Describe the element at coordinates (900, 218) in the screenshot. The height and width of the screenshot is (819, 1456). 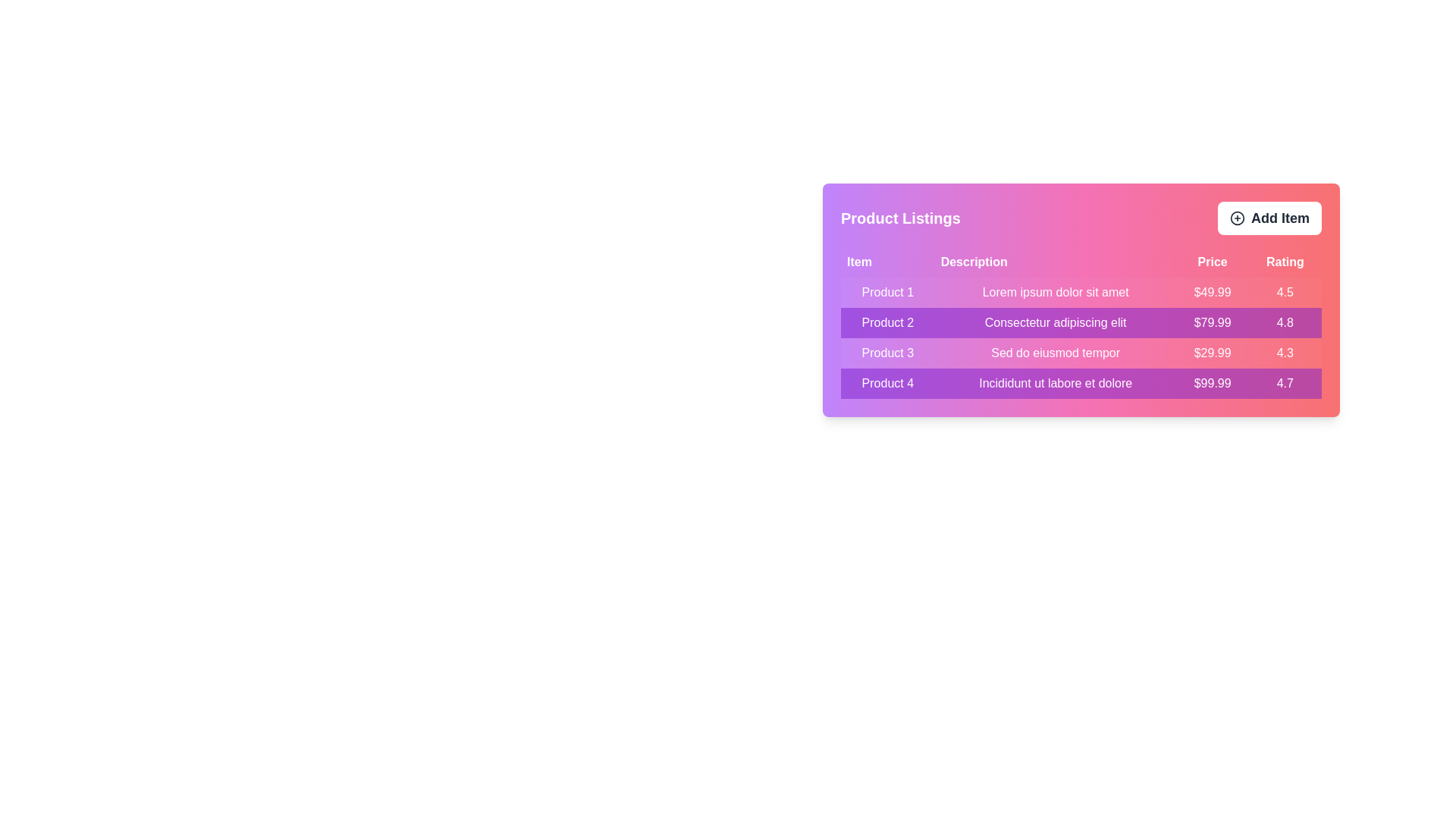
I see `the 'Product Listings' title to focus on the header` at that location.